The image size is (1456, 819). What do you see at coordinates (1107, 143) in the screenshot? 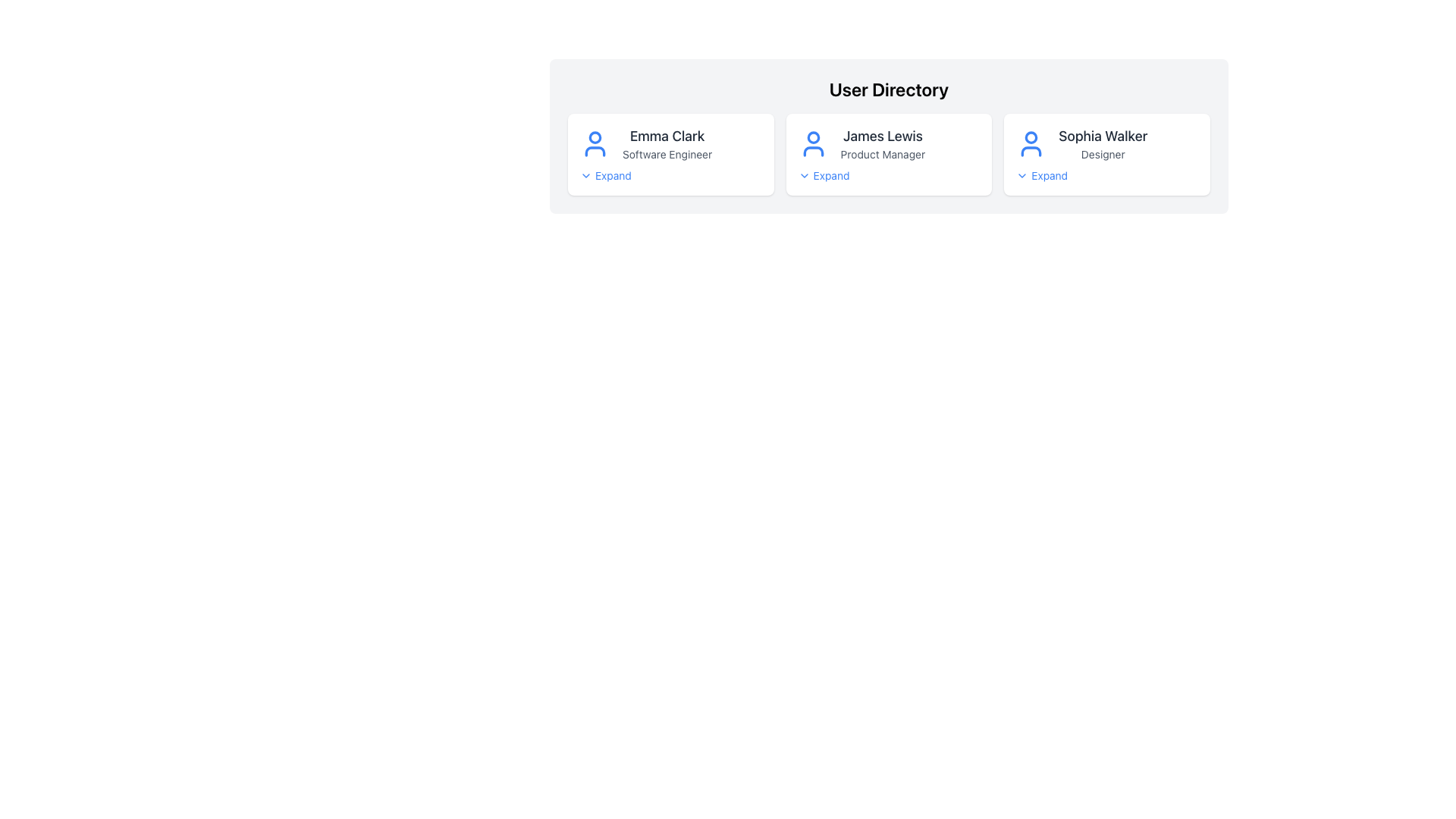
I see `the User Profile Card representing 'Sophia Walker,' who is a 'Designer,' located as the third card in the User Directory section` at bounding box center [1107, 143].